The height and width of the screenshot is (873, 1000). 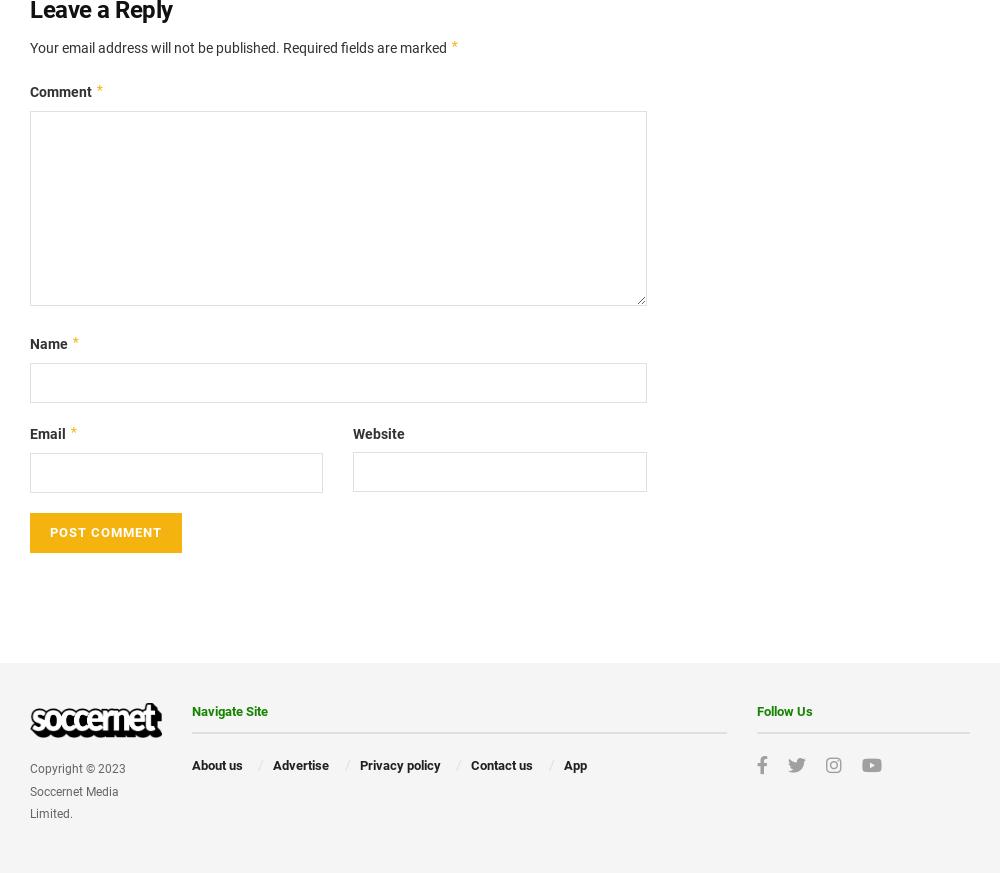 What do you see at coordinates (301, 763) in the screenshot?
I see `'Advertise'` at bounding box center [301, 763].